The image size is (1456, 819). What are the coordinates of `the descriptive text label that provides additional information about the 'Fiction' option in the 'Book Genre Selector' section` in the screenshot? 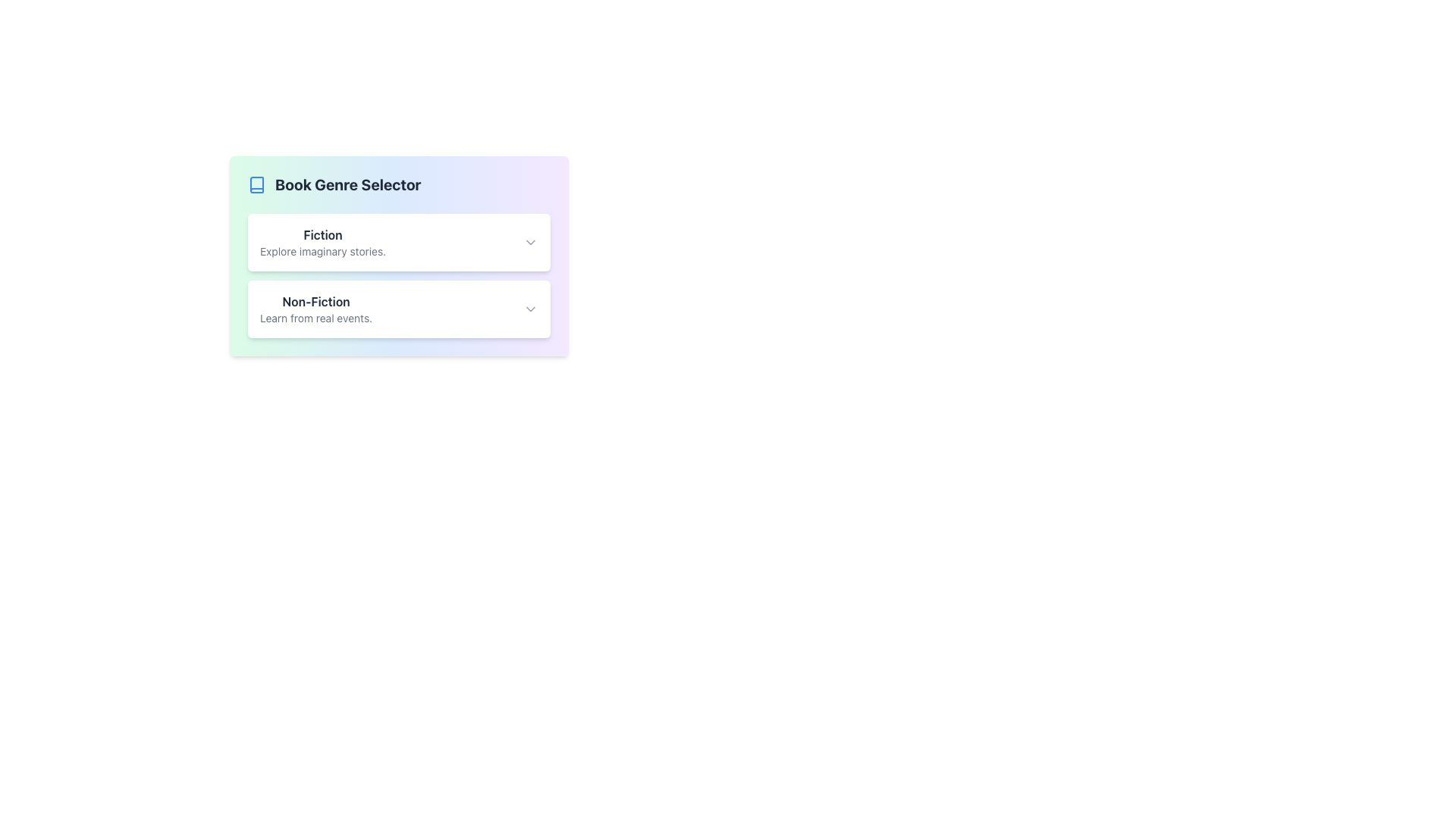 It's located at (322, 250).